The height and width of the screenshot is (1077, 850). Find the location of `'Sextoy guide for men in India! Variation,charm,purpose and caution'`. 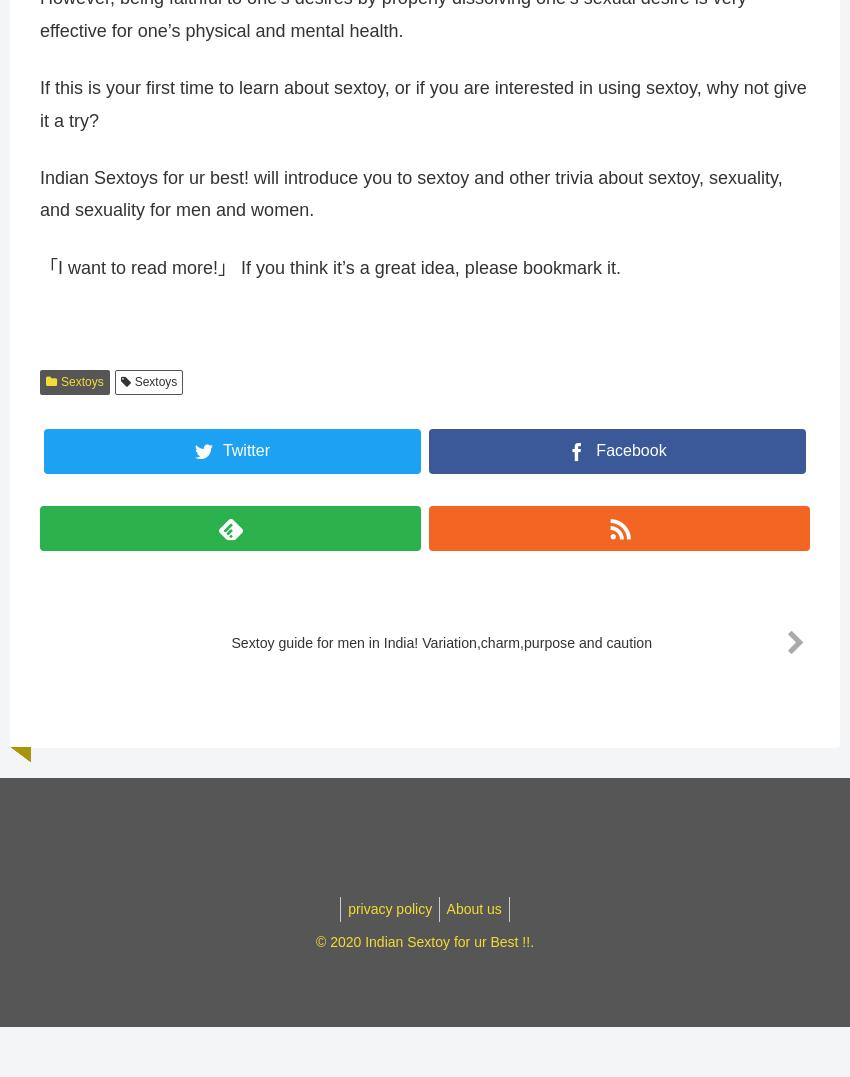

'Sextoy guide for men in India! Variation,charm,purpose and caution' is located at coordinates (435, 651).